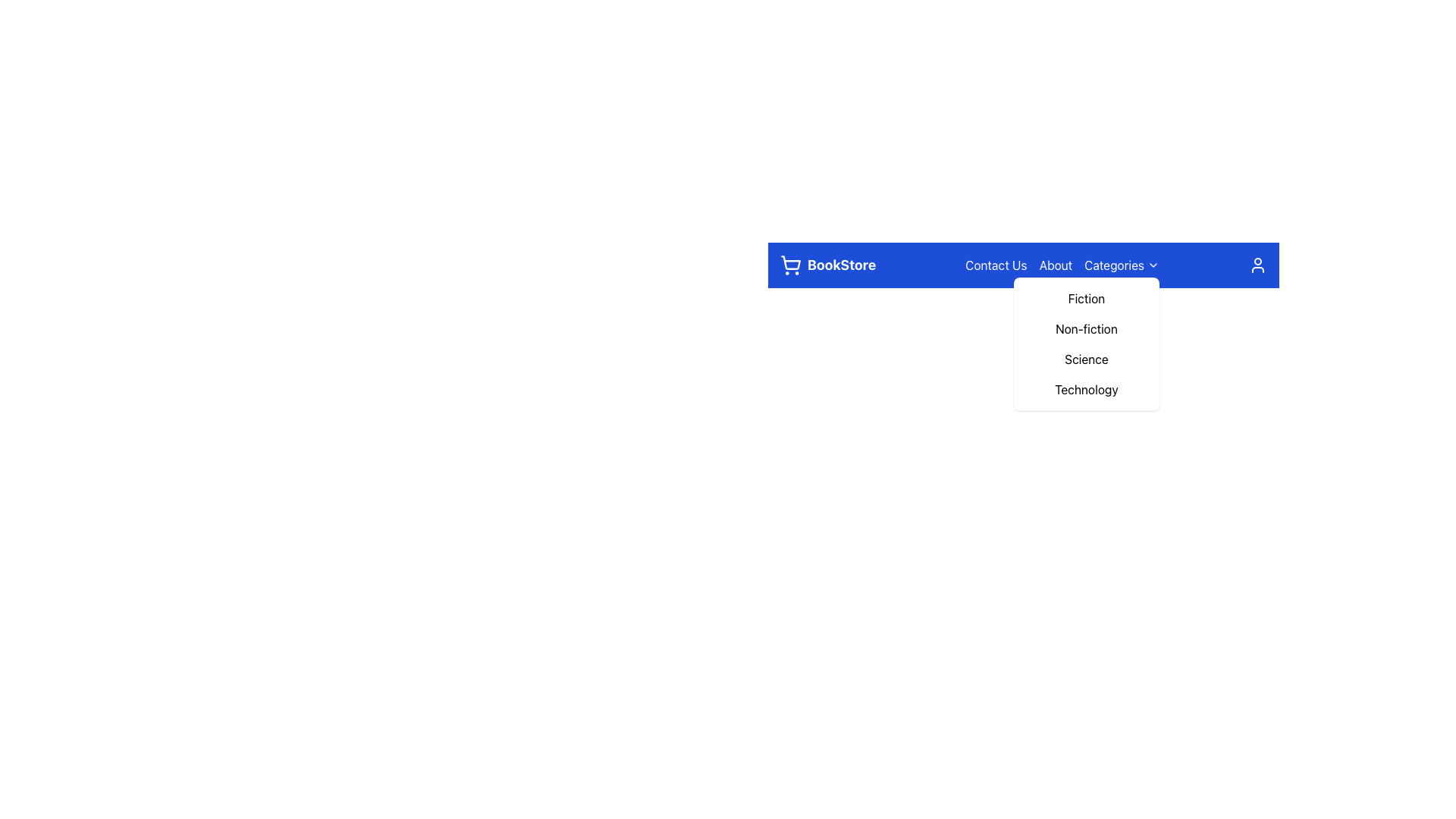  What do you see at coordinates (827, 265) in the screenshot?
I see `the website's title or brand text label located at the top-left corner of the main navigation bar, which redirects users to the homepage` at bounding box center [827, 265].